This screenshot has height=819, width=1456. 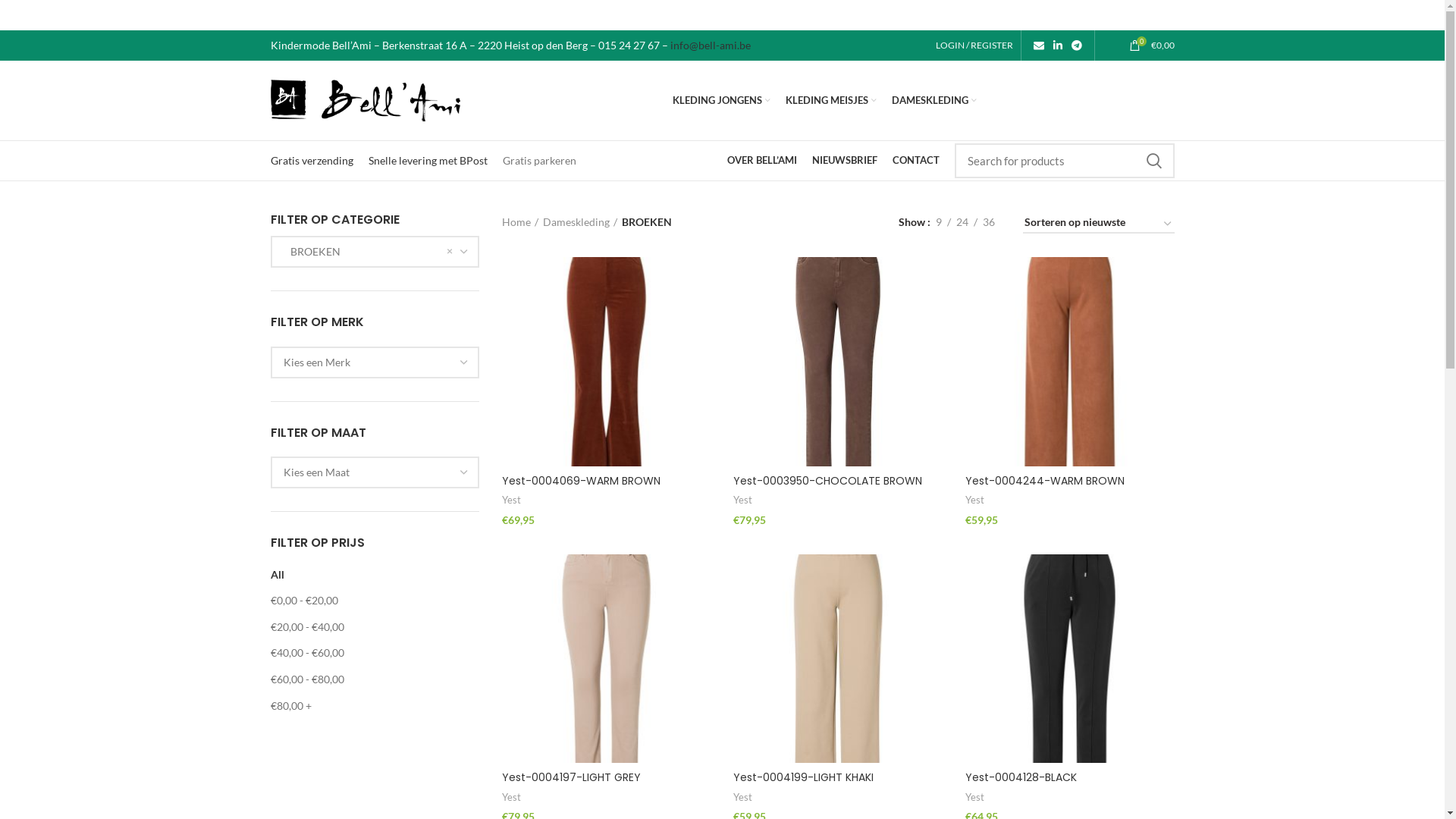 What do you see at coordinates (830, 99) in the screenshot?
I see `'KLEDING MEISJES'` at bounding box center [830, 99].